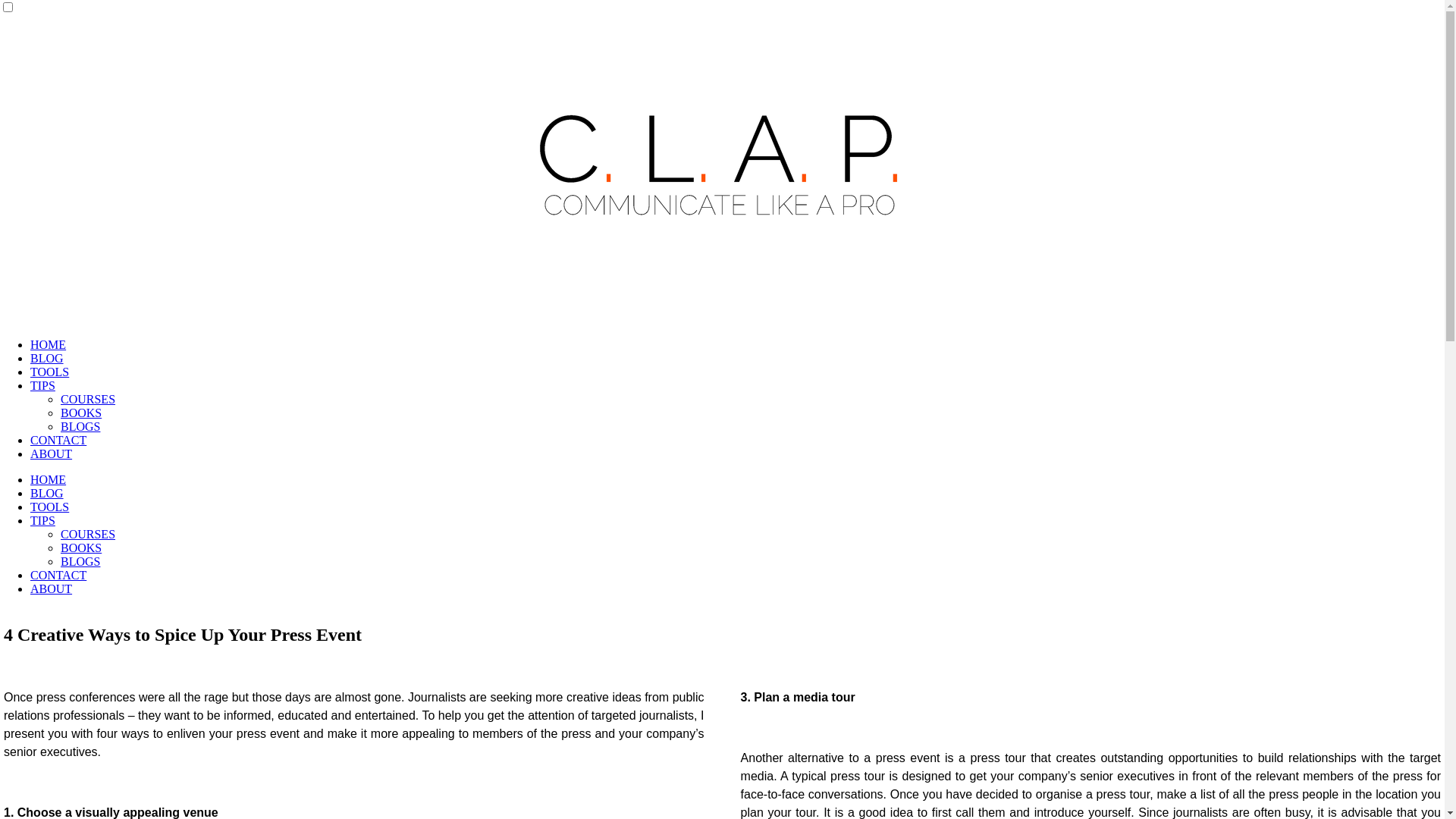 The height and width of the screenshot is (819, 1456). What do you see at coordinates (49, 372) in the screenshot?
I see `'TOOLS'` at bounding box center [49, 372].